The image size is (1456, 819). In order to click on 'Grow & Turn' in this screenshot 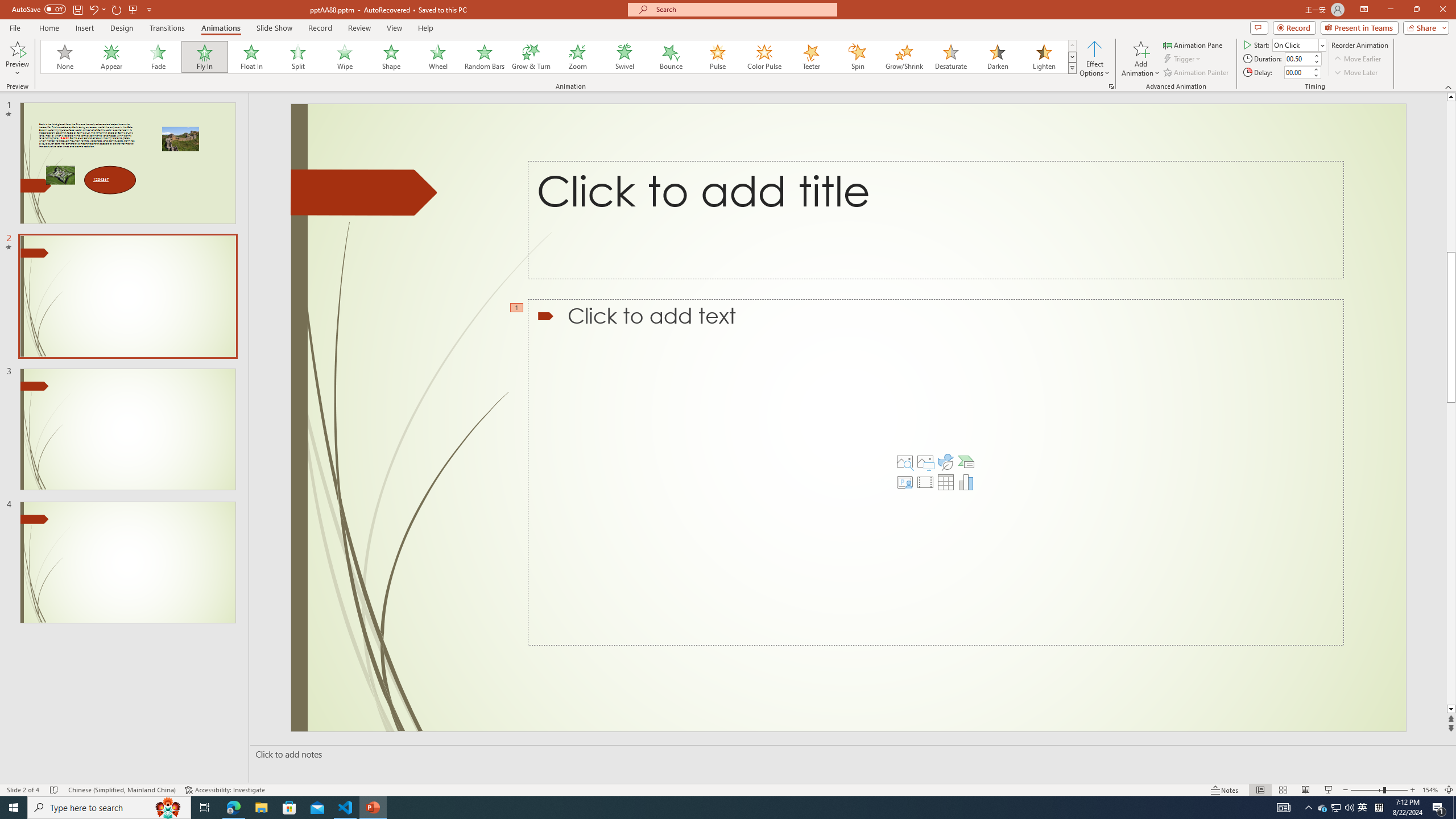, I will do `click(531, 56)`.